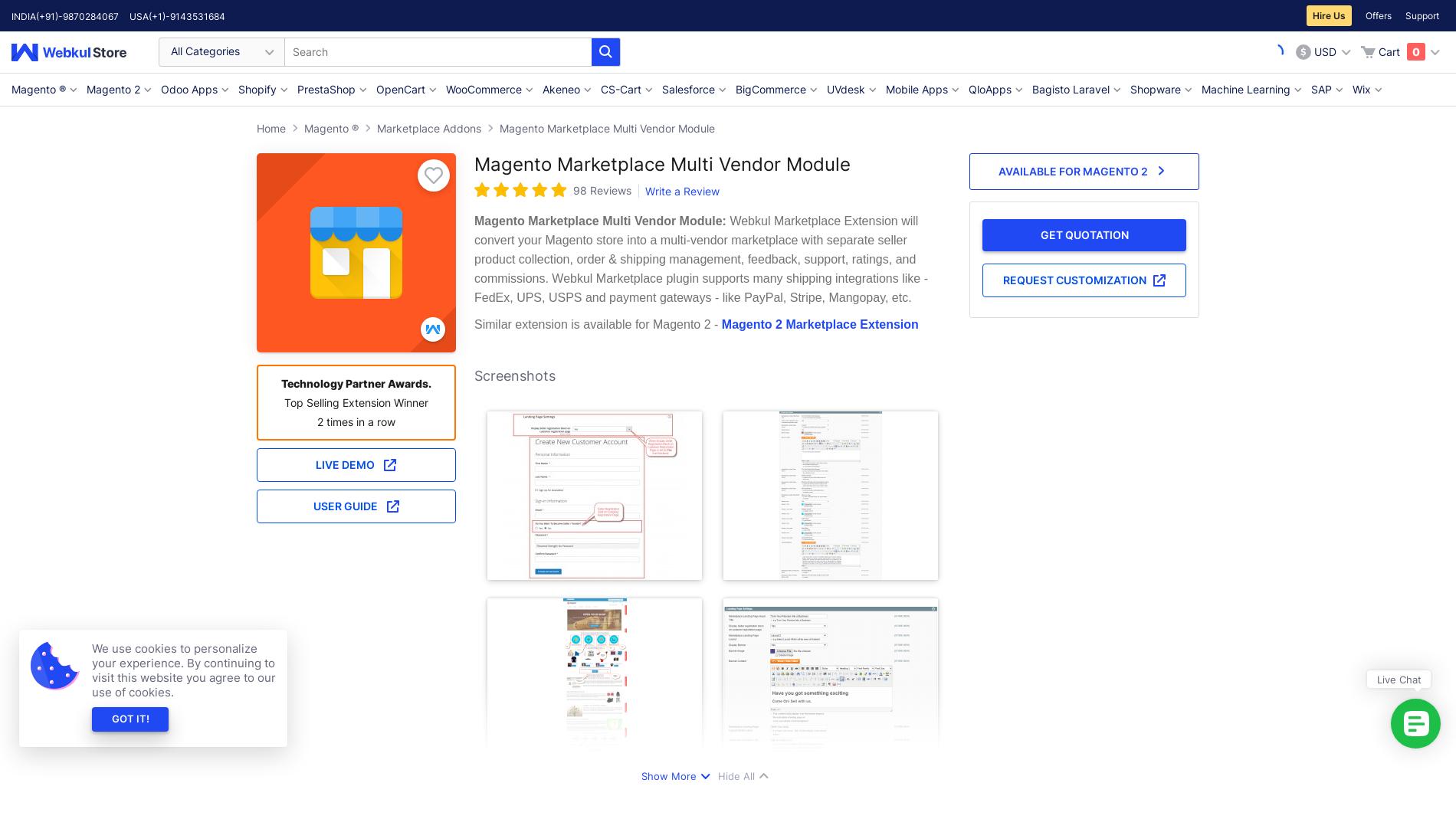  What do you see at coordinates (885, 89) in the screenshot?
I see `'Mobile Apps'` at bounding box center [885, 89].